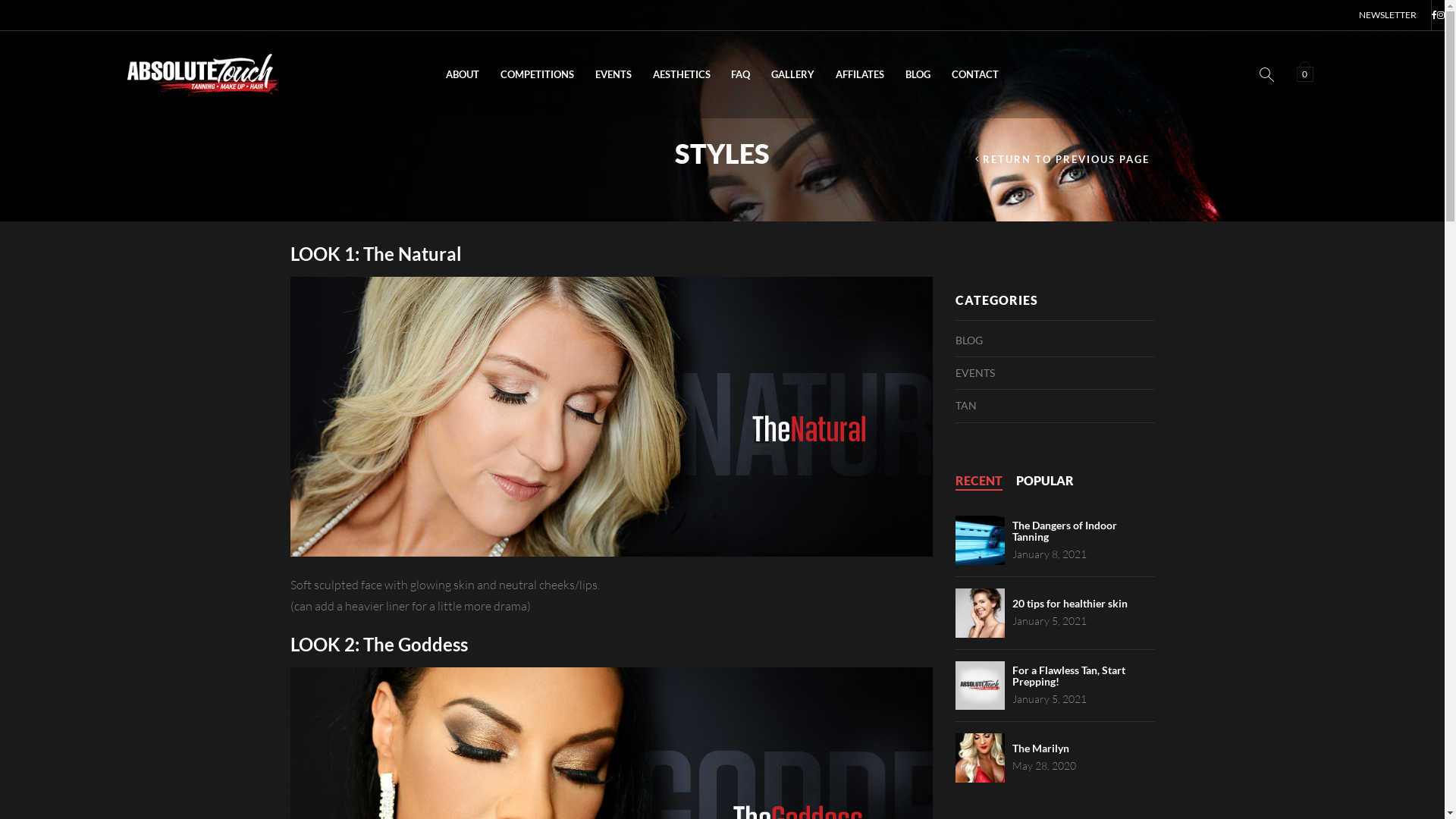 The height and width of the screenshot is (819, 1456). Describe the element at coordinates (537, 74) in the screenshot. I see `'COMPETITIONS'` at that location.